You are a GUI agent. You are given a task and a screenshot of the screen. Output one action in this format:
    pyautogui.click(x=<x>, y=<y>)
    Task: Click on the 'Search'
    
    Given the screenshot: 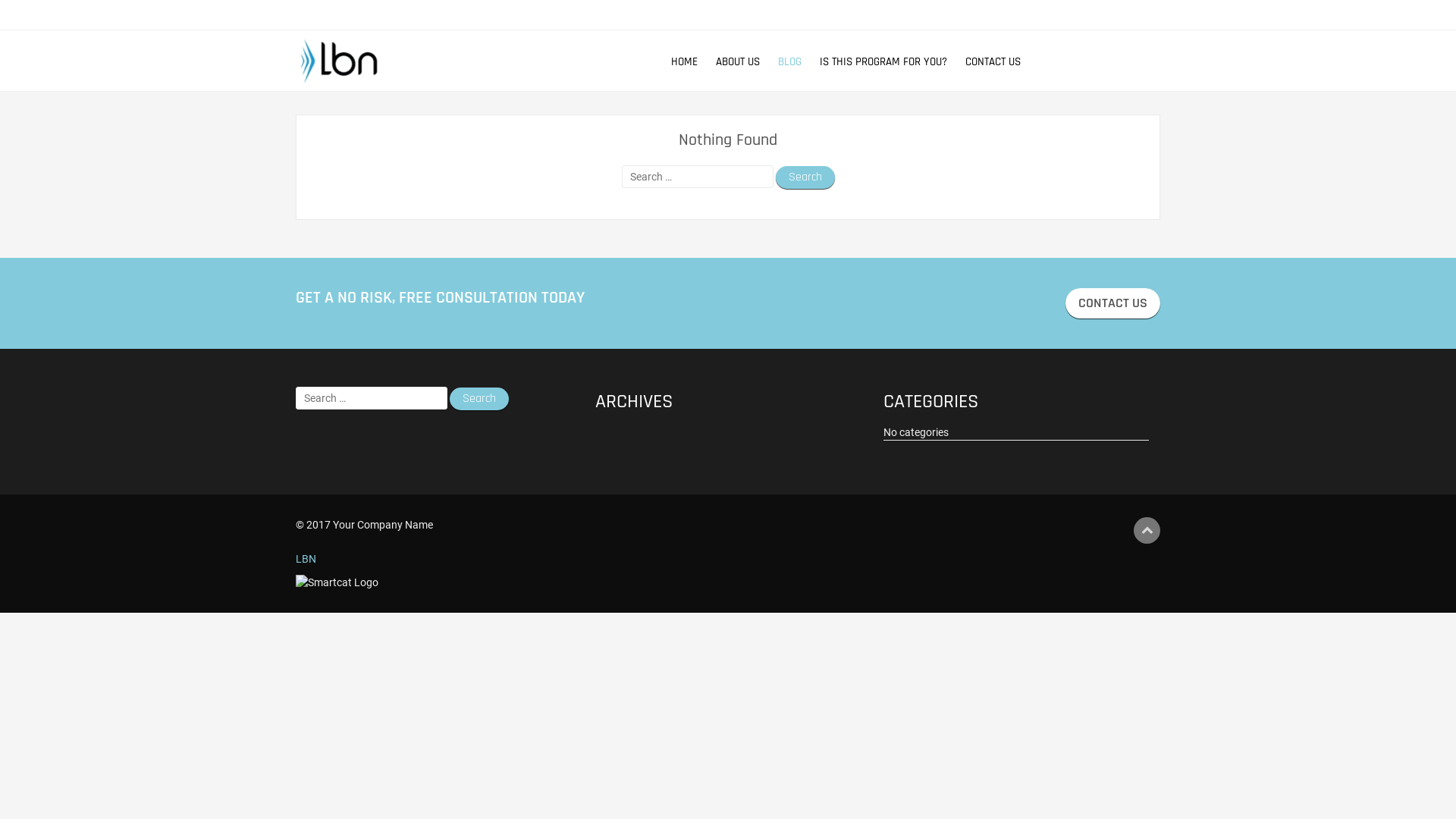 What is the action you would take?
    pyautogui.click(x=803, y=177)
    